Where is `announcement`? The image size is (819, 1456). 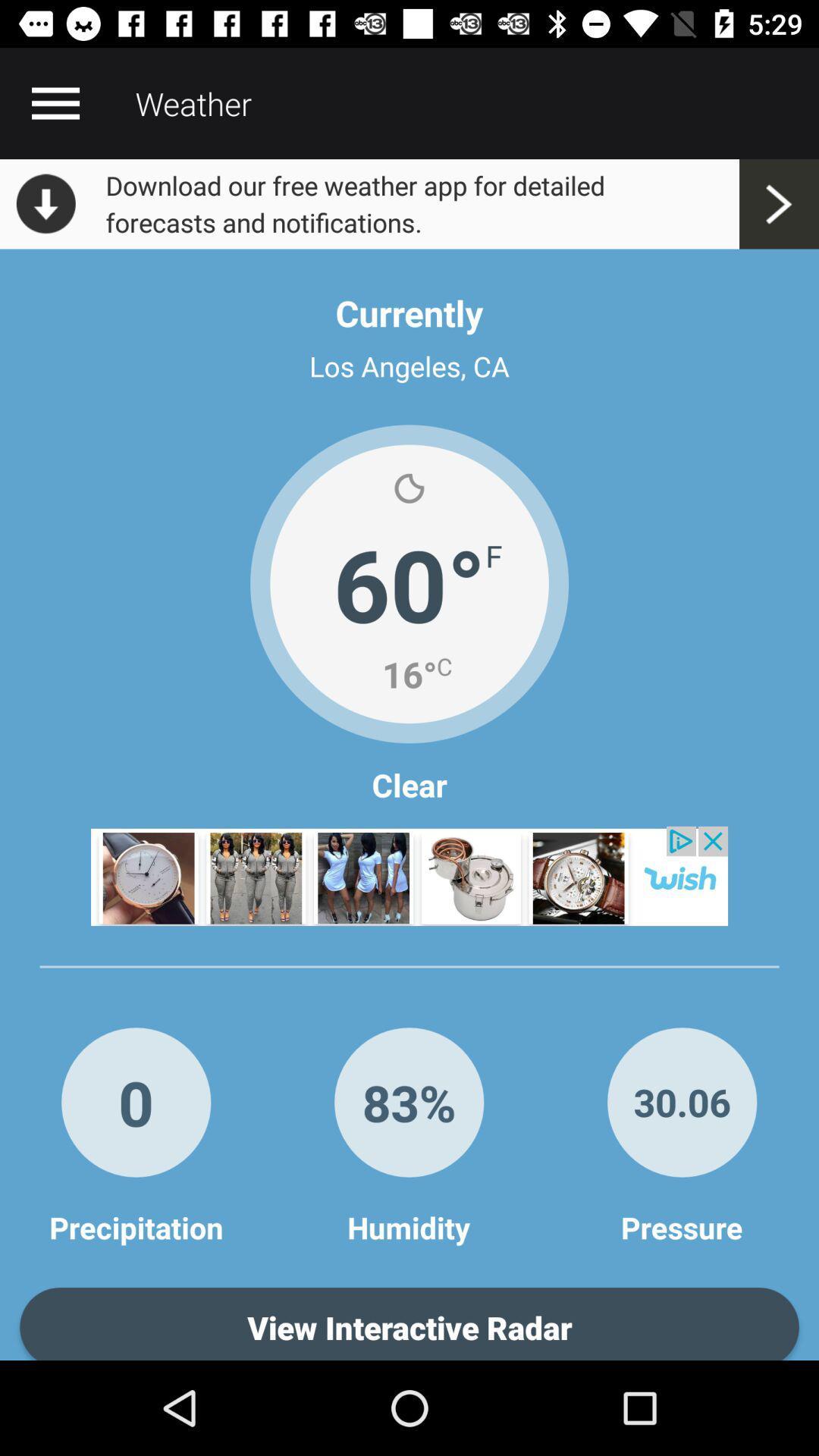 announcement is located at coordinates (409, 876).